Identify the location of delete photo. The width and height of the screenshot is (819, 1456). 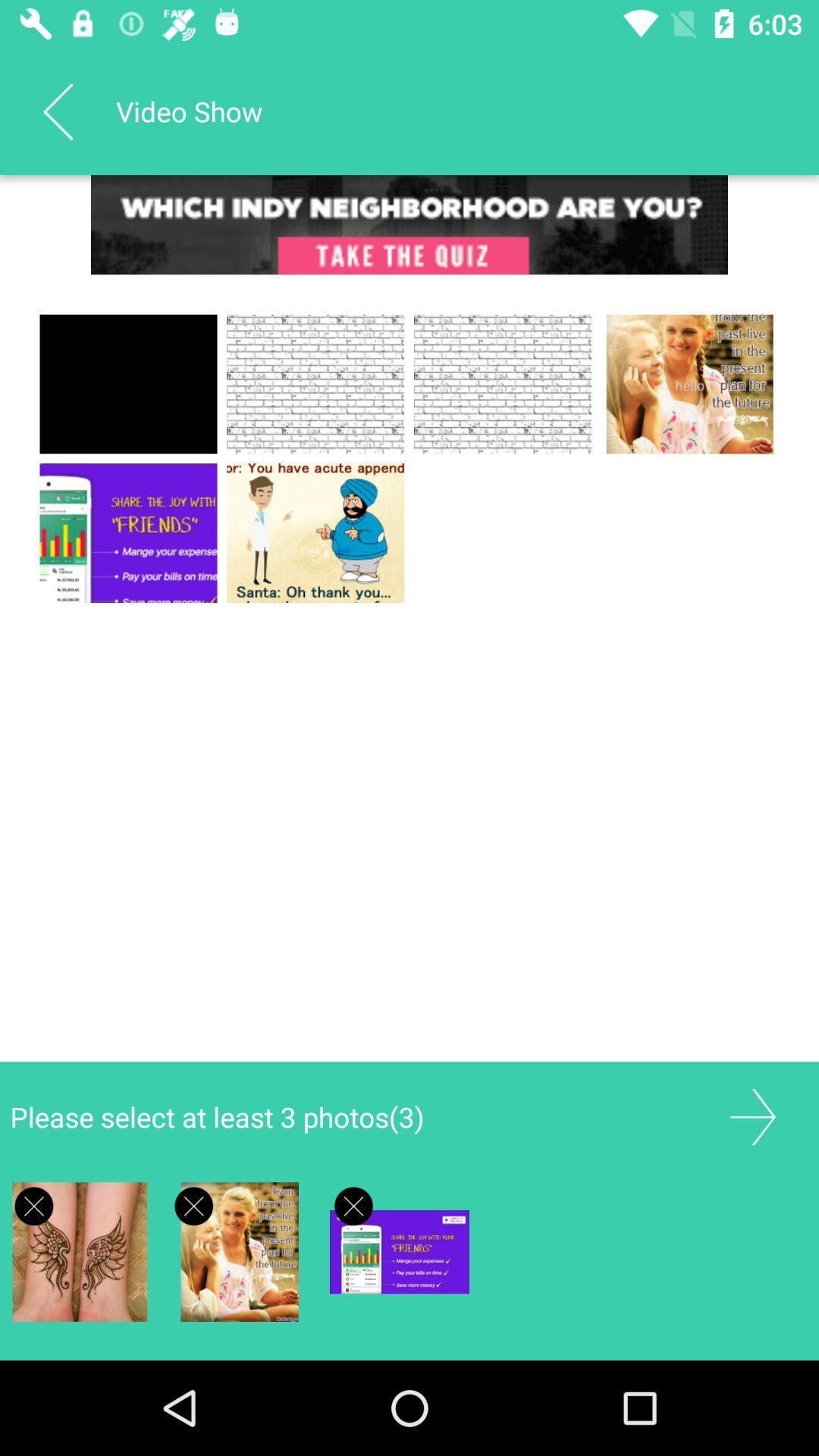
(353, 1205).